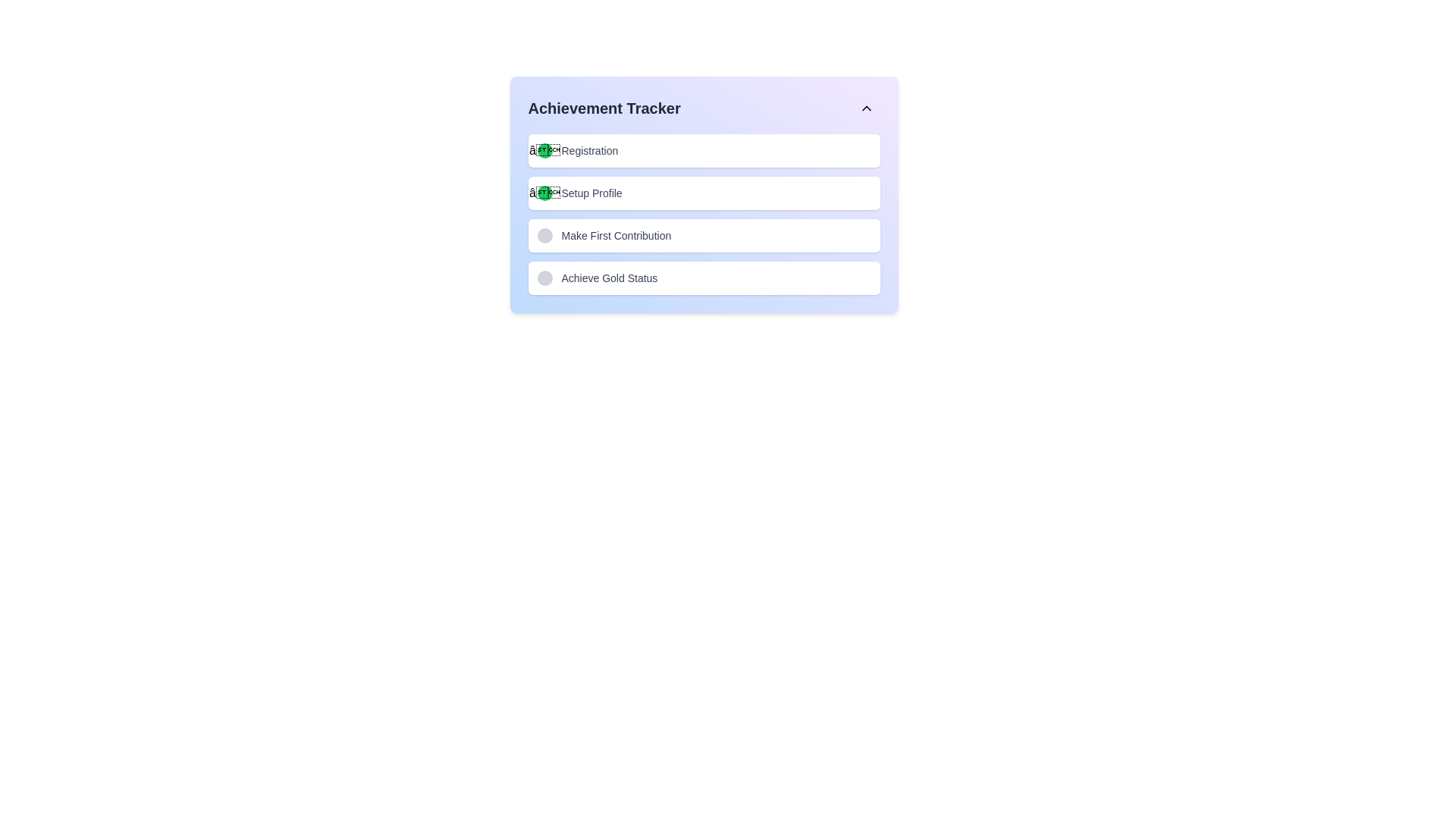 Image resolution: width=1456 pixels, height=819 pixels. What do you see at coordinates (544, 151) in the screenshot?
I see `the completion indicator icon located to the left of the 'Registration' label in the first row of the 'Achievement Tracker' panel` at bounding box center [544, 151].